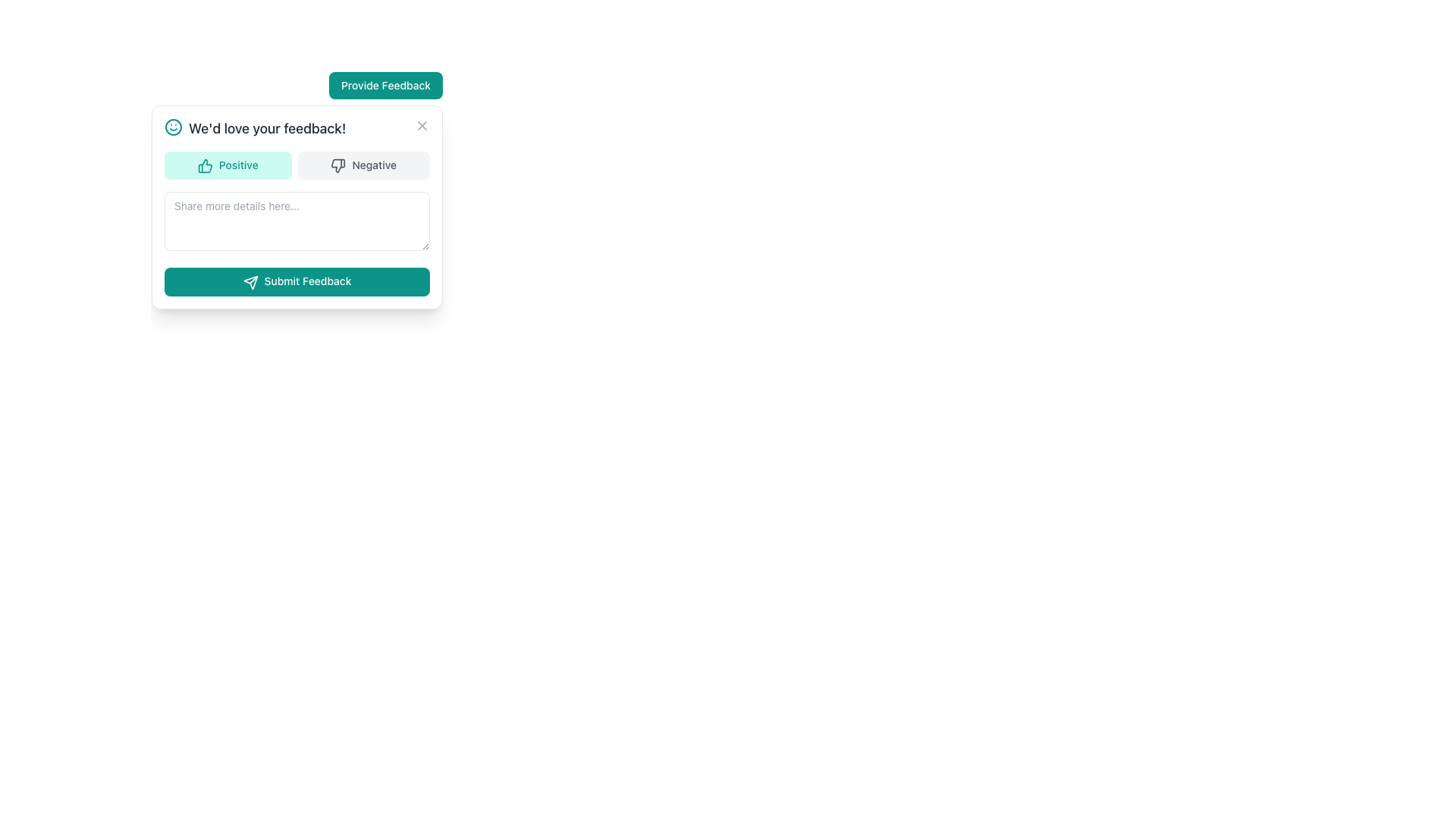  What do you see at coordinates (385, 85) in the screenshot?
I see `the 'Provide Feedback' button with a teal background and white text` at bounding box center [385, 85].